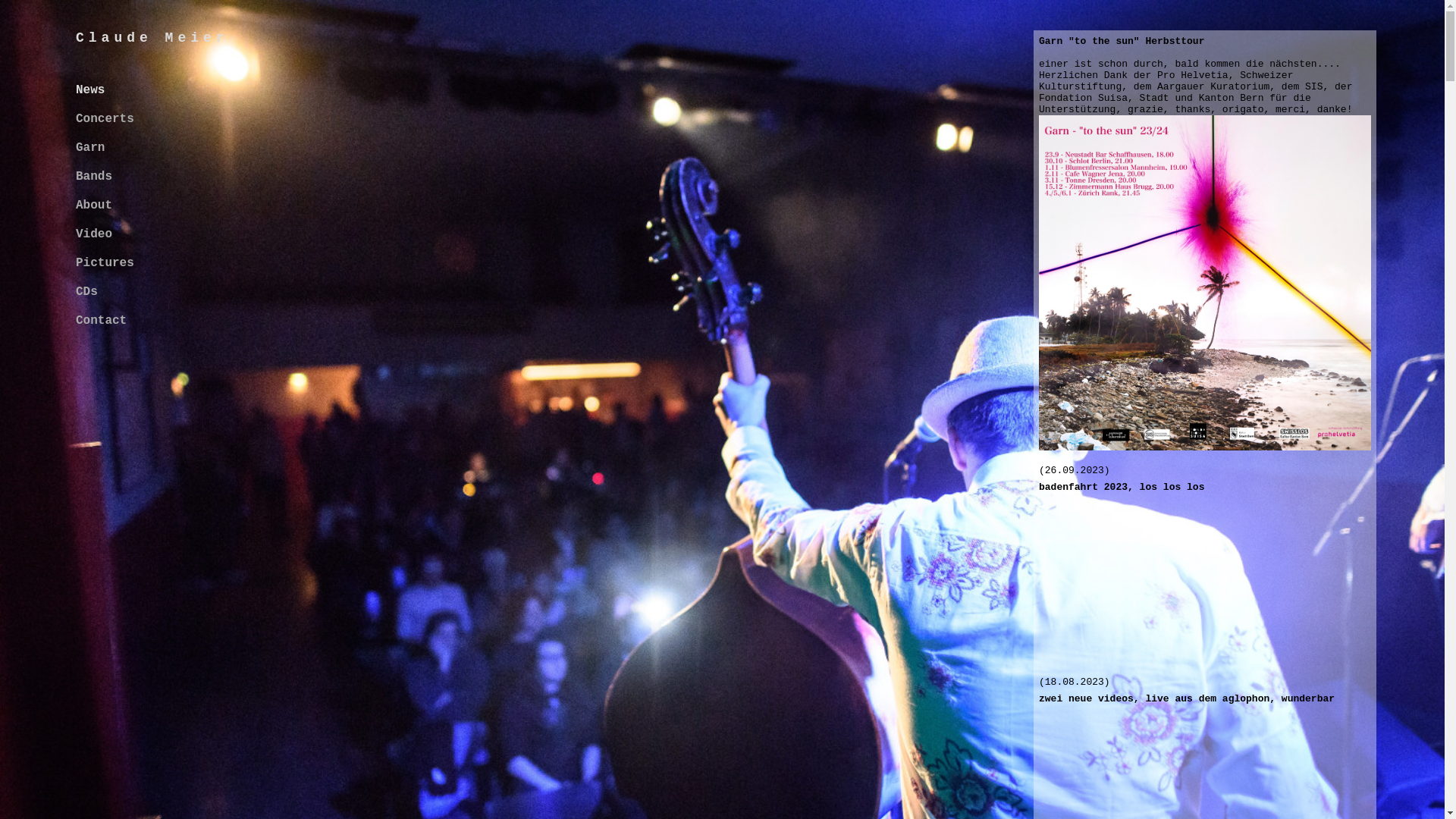  Describe the element at coordinates (75, 262) in the screenshot. I see `'Pictures'` at that location.